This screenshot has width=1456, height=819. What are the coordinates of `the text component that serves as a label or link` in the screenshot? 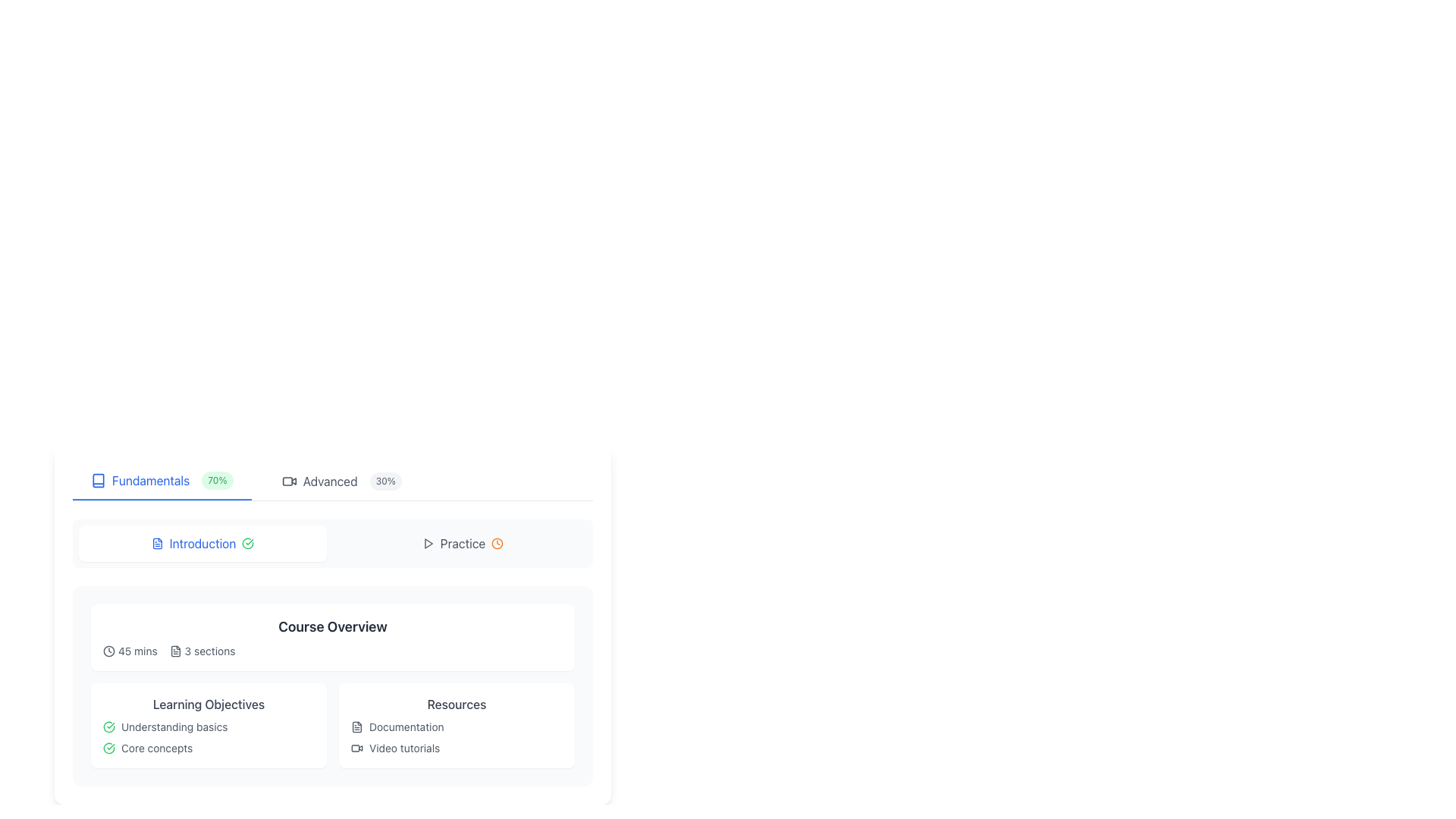 It's located at (406, 726).